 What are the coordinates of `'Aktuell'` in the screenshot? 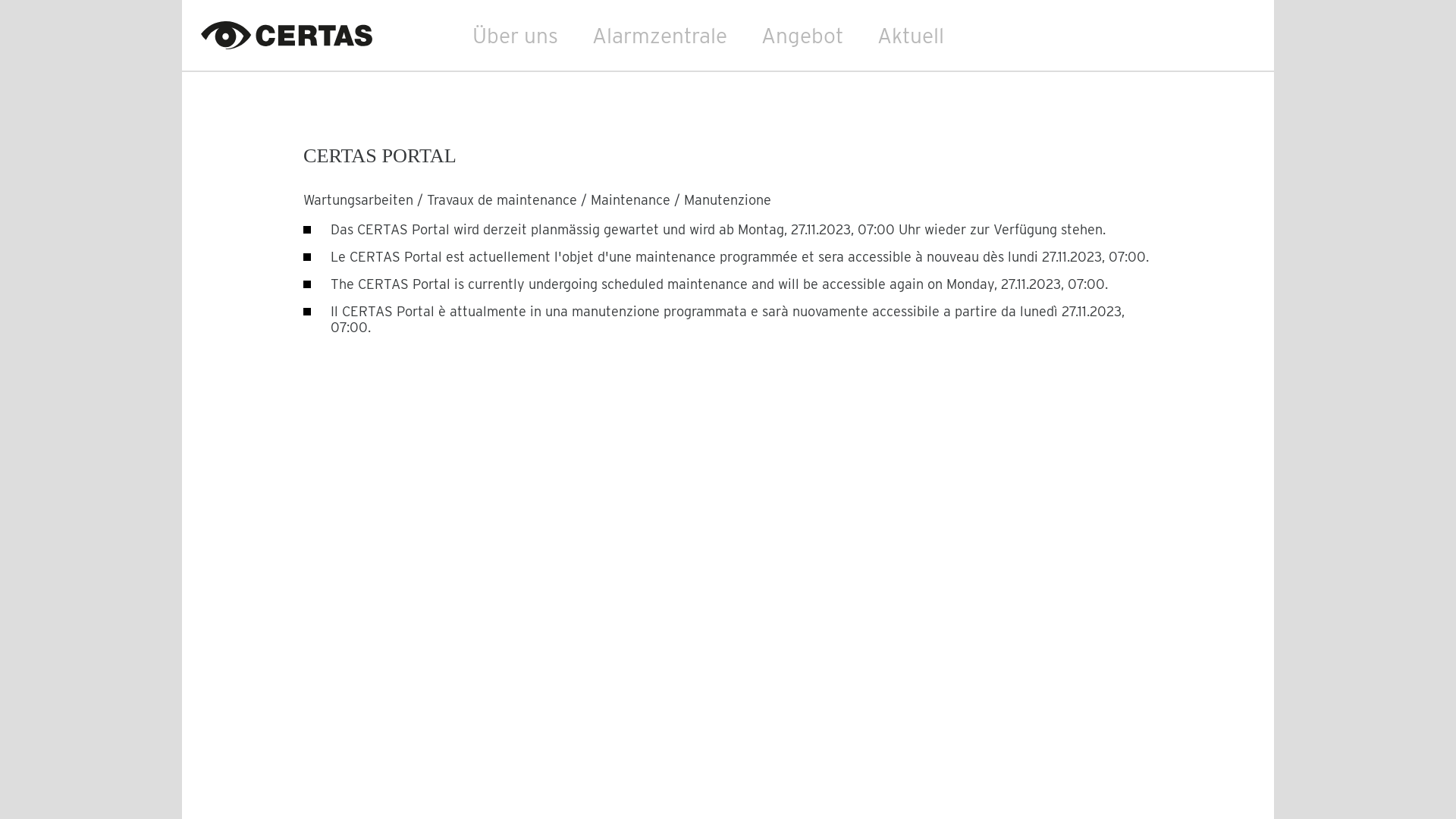 It's located at (910, 34).